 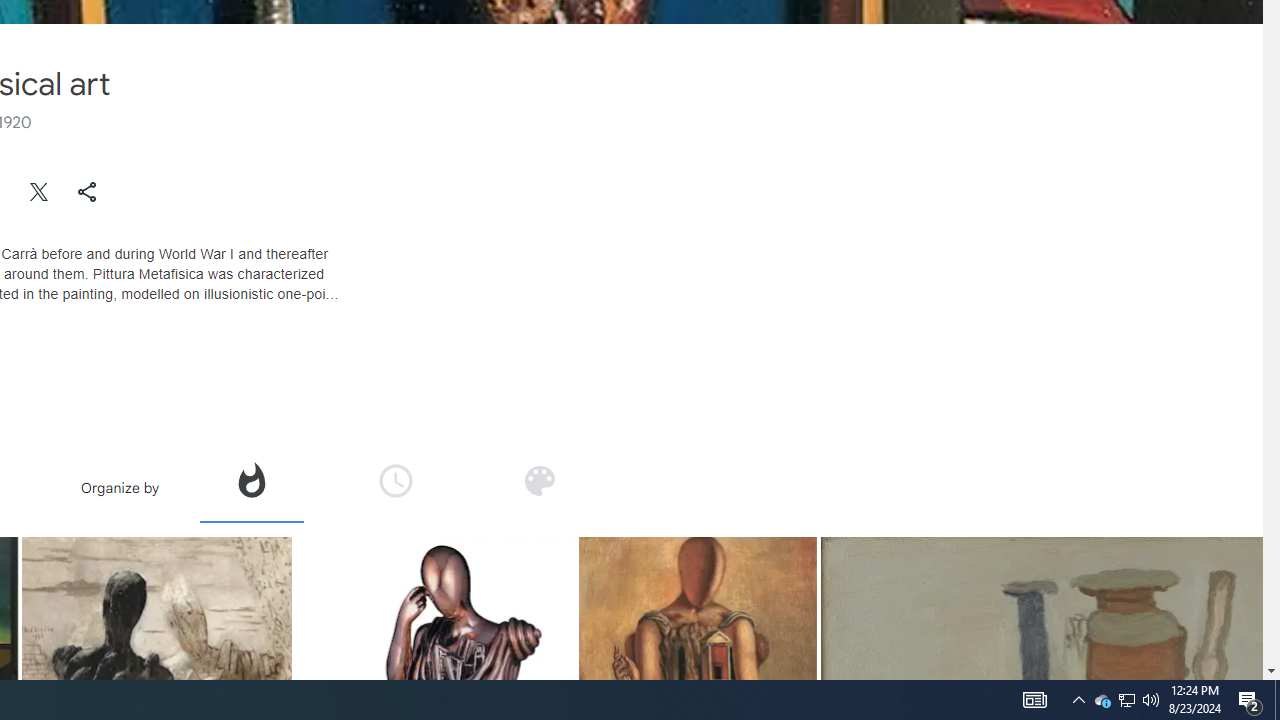 I want to click on 'Organize by time', so click(x=395, y=480).